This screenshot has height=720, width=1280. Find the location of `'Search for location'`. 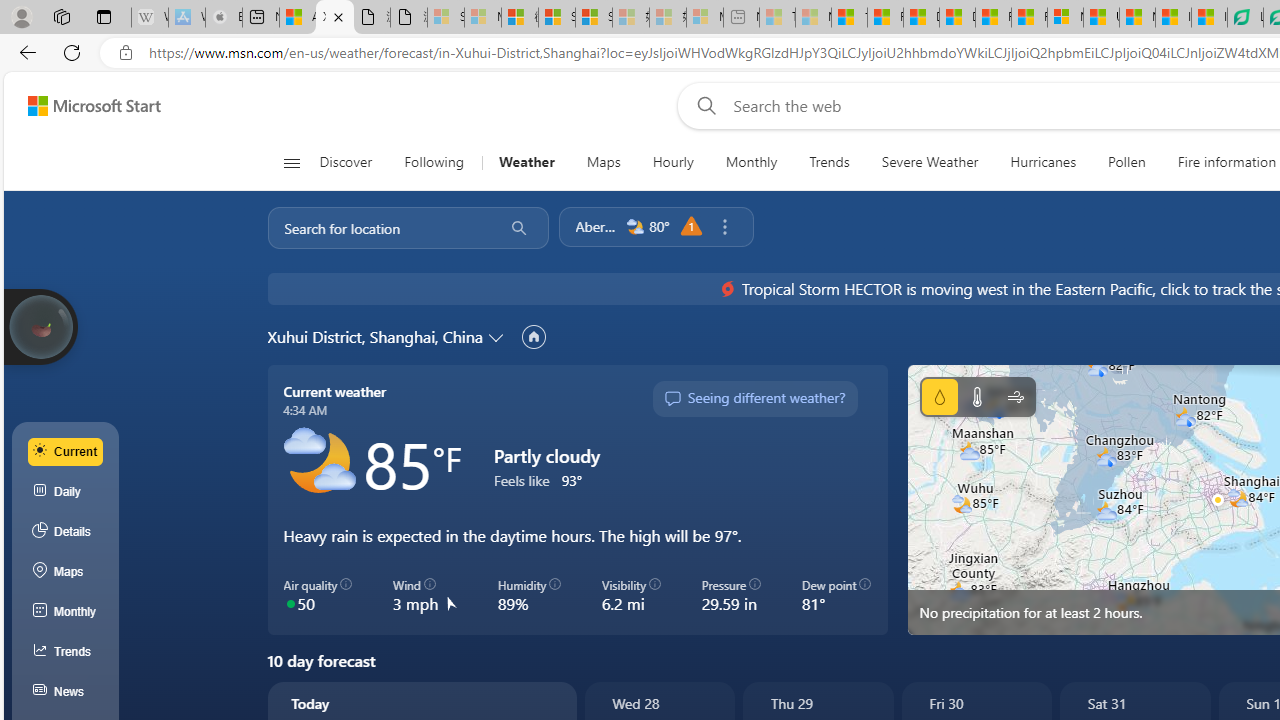

'Search for location' is located at coordinates (379, 226).